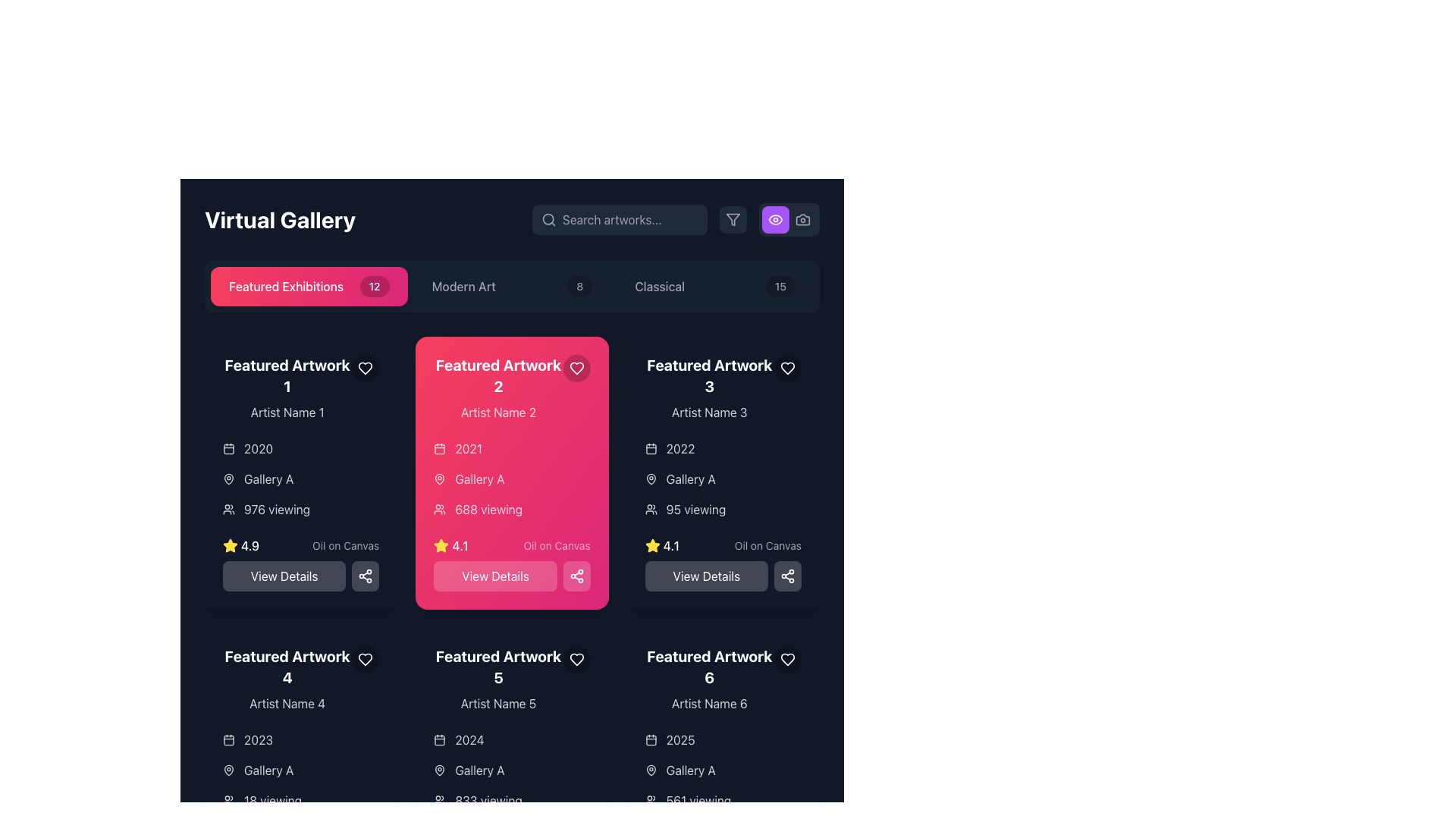  I want to click on the button with a dark gray background and white text reading 'View Details', so click(722, 576).